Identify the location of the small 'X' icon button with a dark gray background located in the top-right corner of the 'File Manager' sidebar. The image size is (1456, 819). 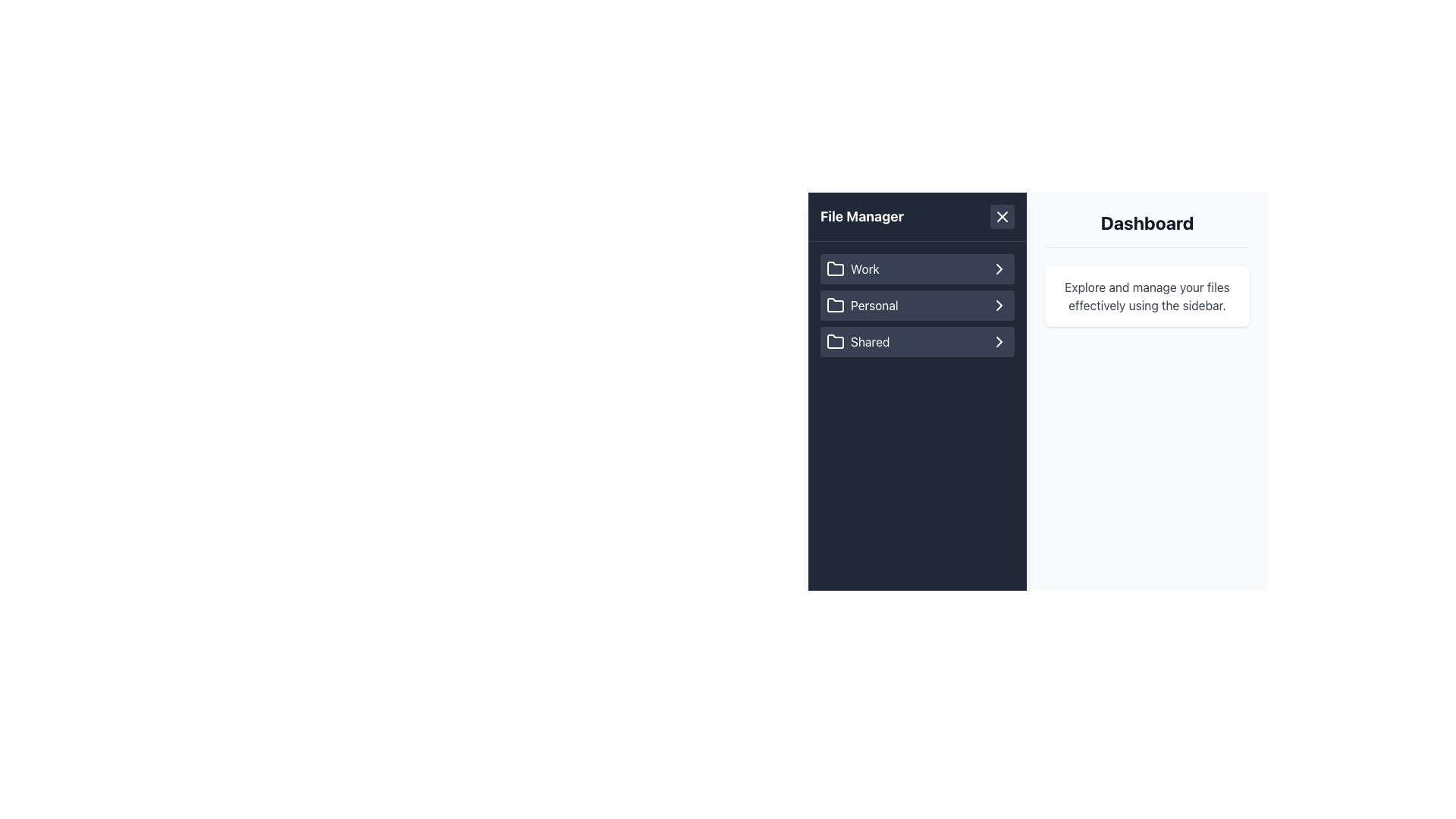
(1002, 216).